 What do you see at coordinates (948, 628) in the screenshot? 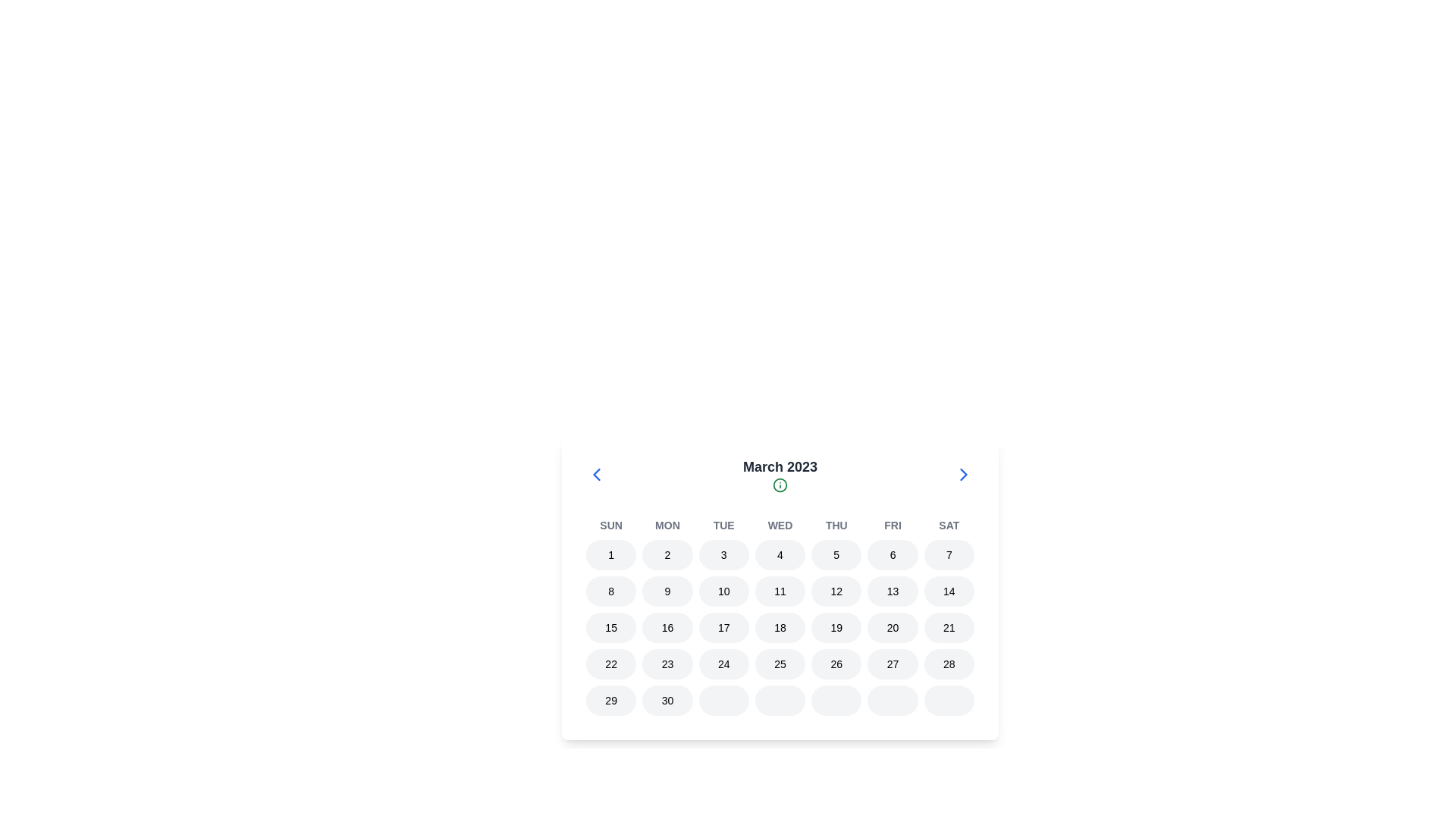
I see `the circular date button labeled '21' located in the fourth row and seventh column of the calendar grid` at bounding box center [948, 628].